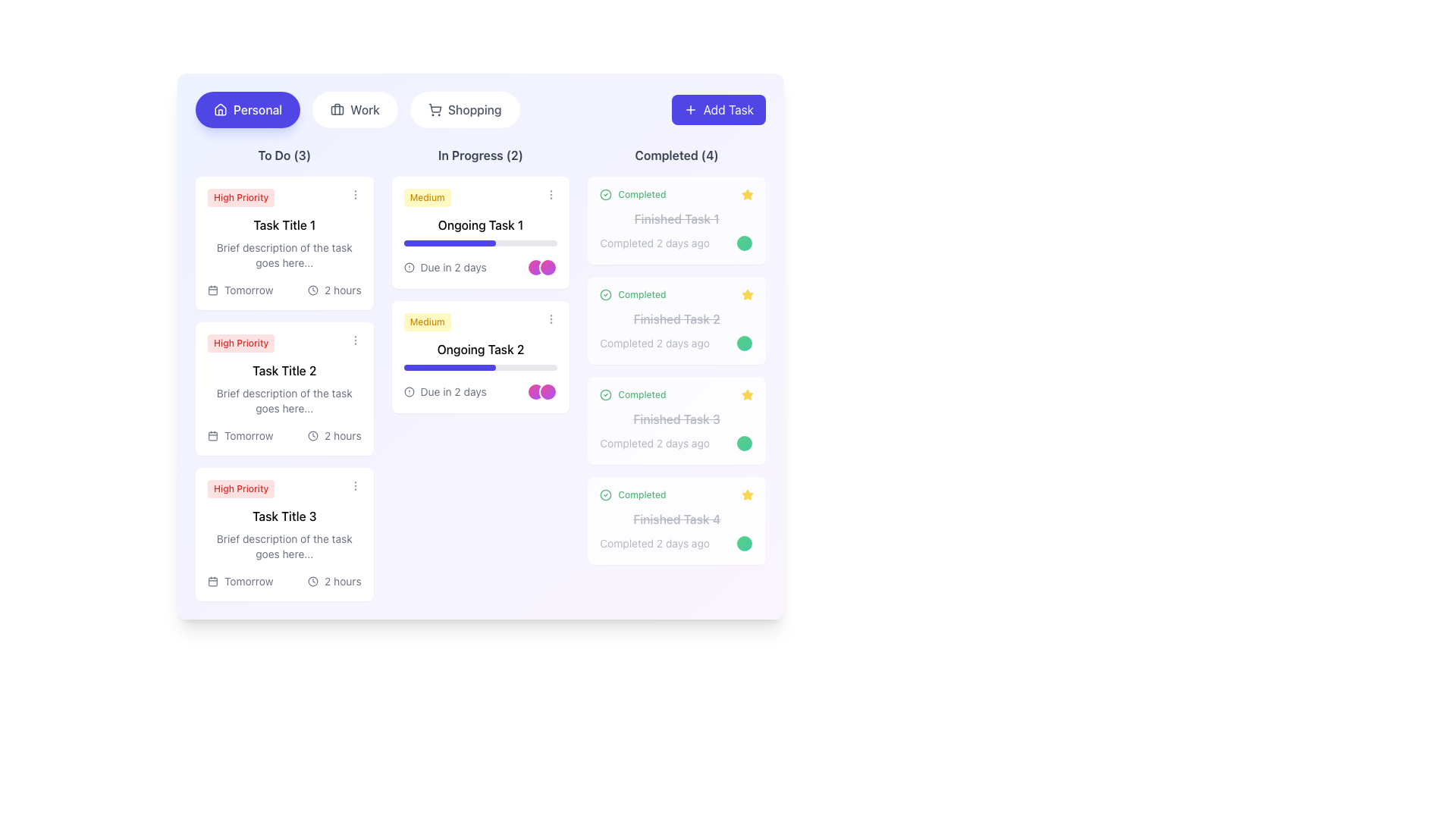  Describe the element at coordinates (240, 488) in the screenshot. I see `the high priority indicator label located in the top-left corner of the 'Task Title 3' card in the 'To Do' column` at that location.